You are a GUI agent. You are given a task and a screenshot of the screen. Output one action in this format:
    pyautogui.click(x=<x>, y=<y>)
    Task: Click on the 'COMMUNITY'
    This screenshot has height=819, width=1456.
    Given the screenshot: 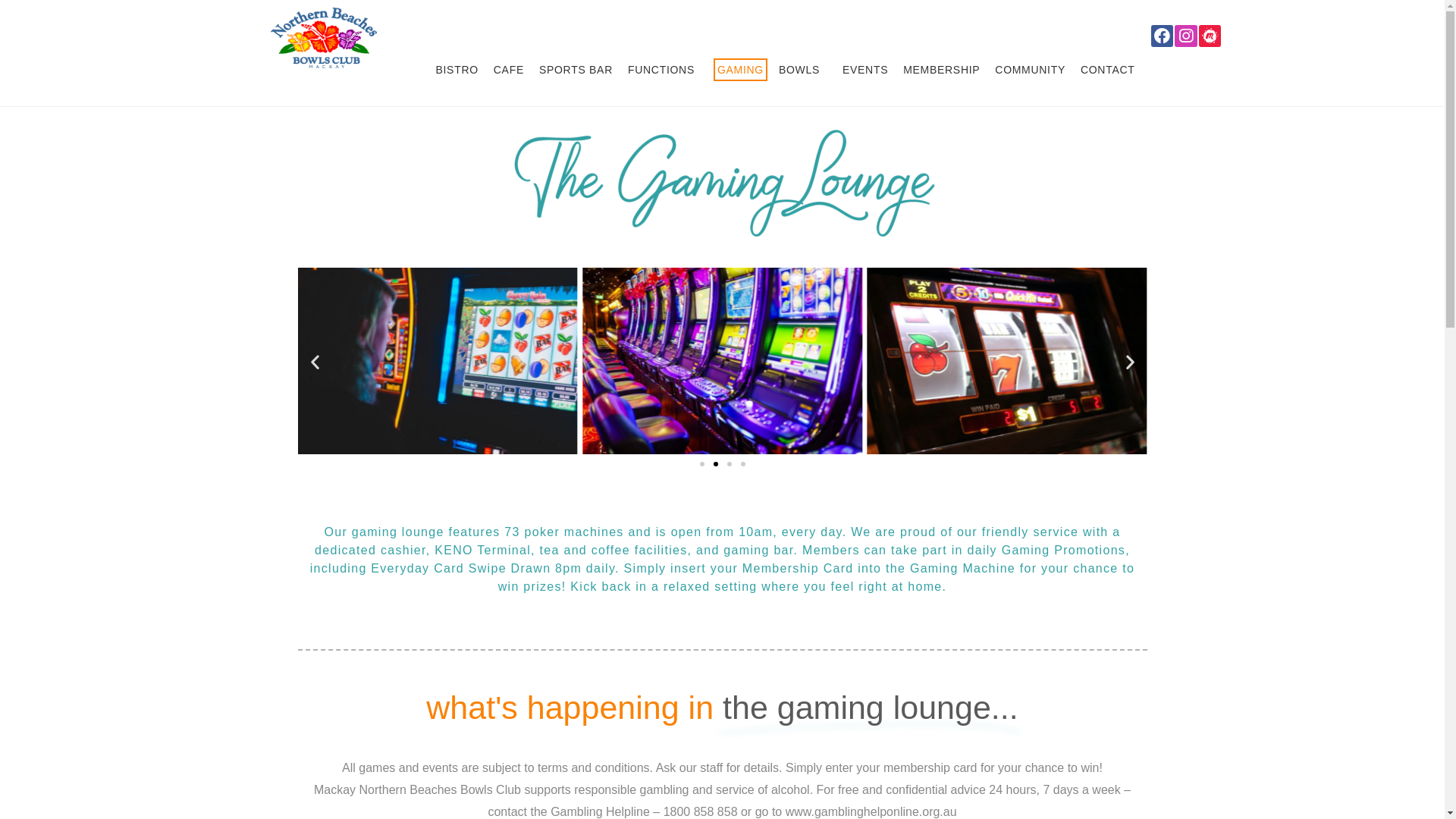 What is the action you would take?
    pyautogui.click(x=1030, y=70)
    